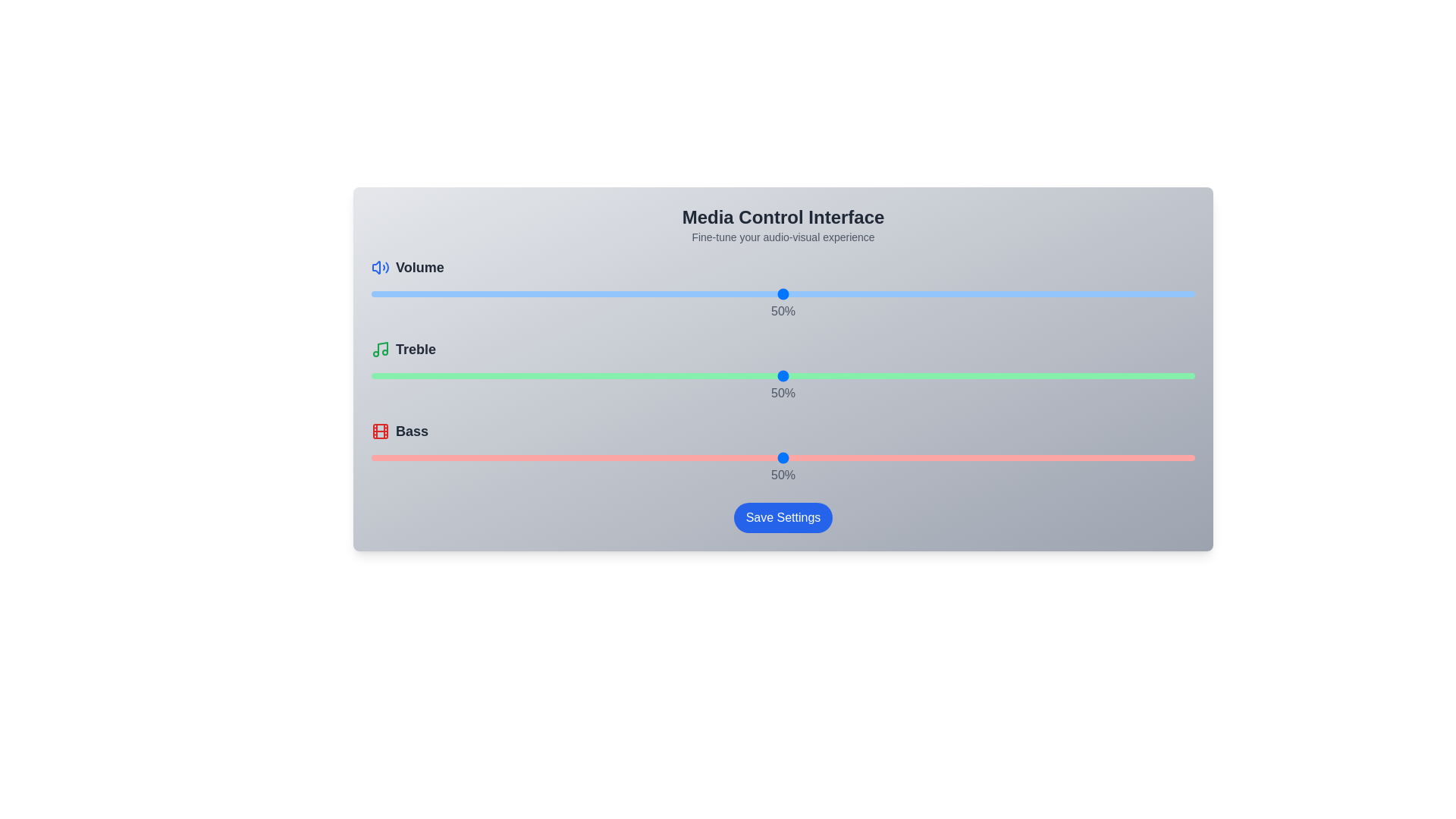  I want to click on bass level, so click(626, 457).